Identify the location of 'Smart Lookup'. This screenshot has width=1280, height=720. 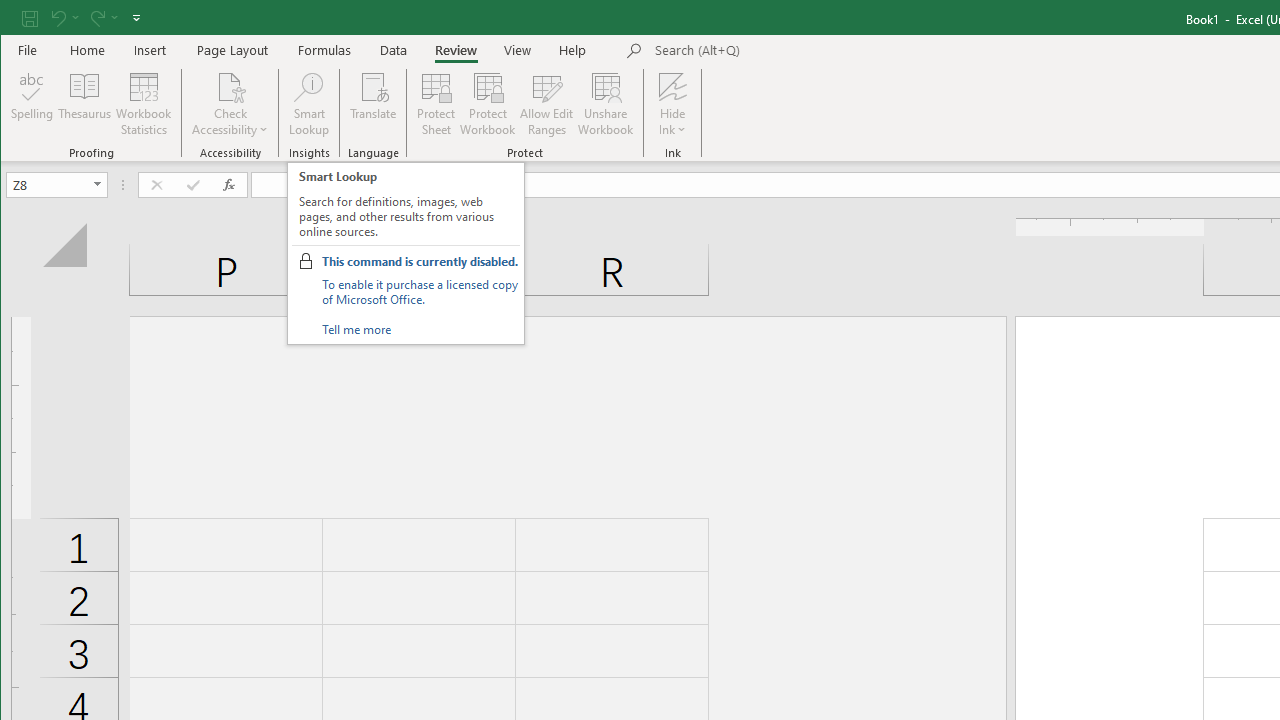
(308, 104).